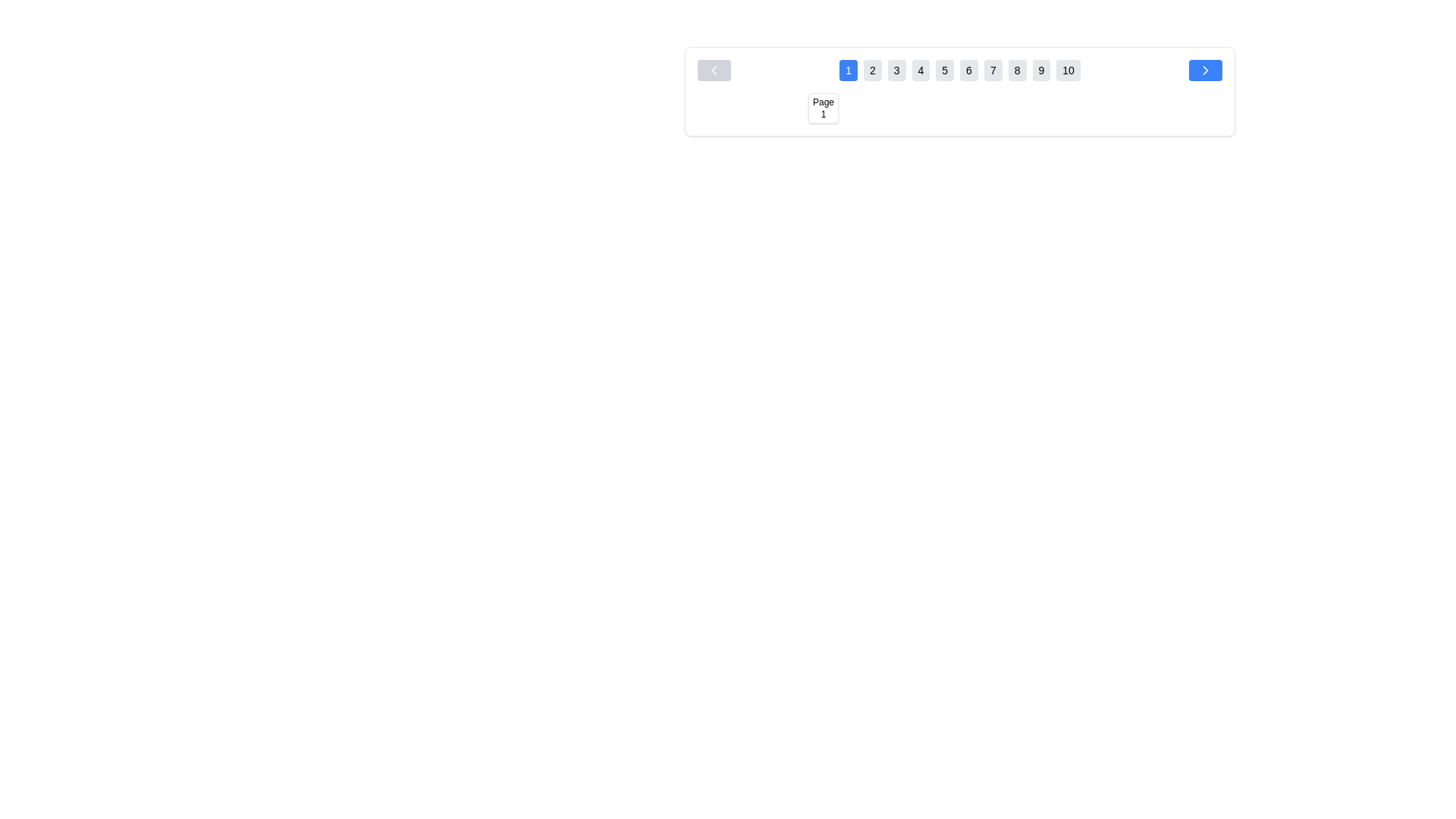  I want to click on the fourth pagination button located at the top center of the interface, so click(920, 70).